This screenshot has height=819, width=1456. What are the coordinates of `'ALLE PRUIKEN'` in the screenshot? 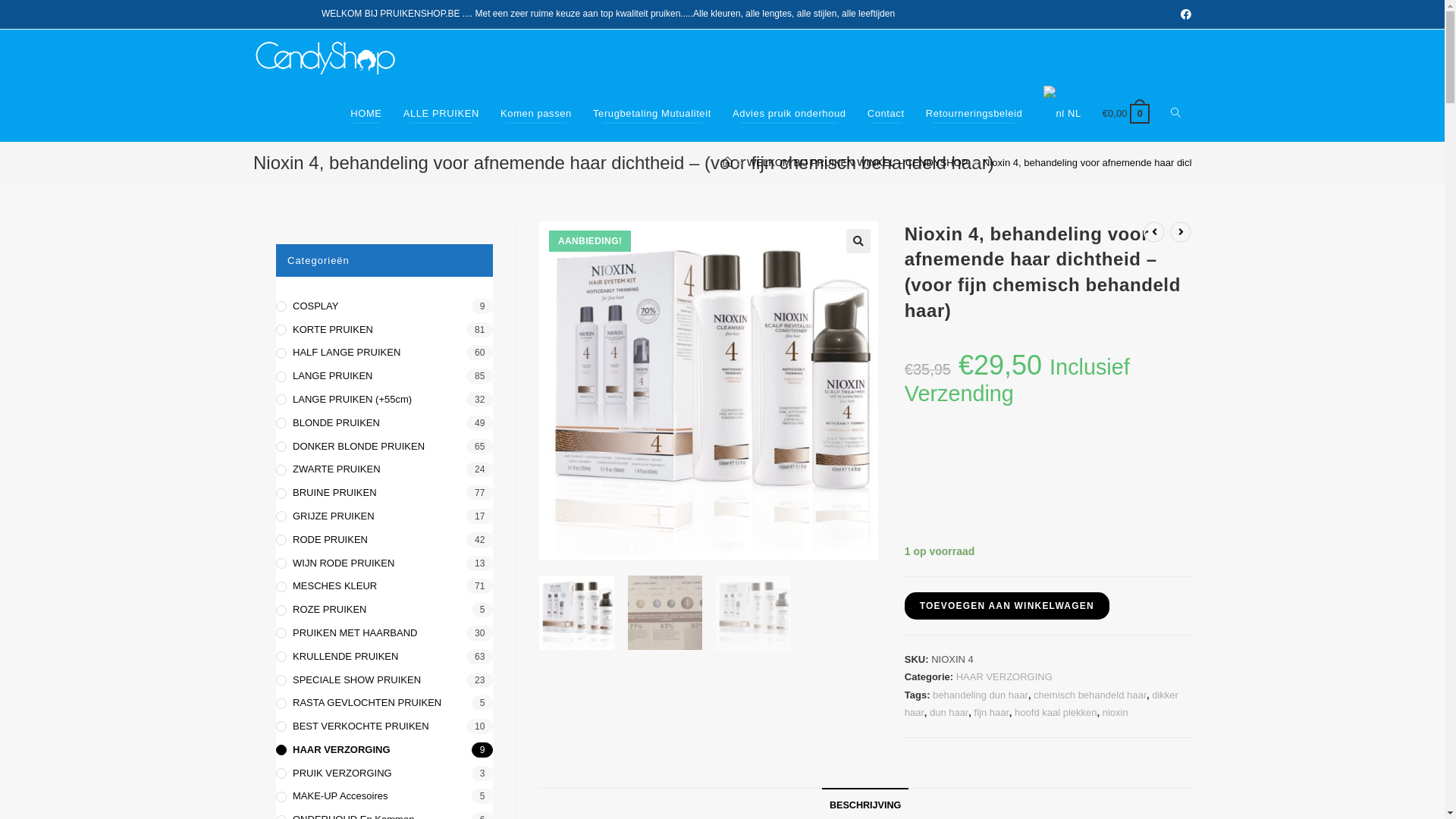 It's located at (440, 113).